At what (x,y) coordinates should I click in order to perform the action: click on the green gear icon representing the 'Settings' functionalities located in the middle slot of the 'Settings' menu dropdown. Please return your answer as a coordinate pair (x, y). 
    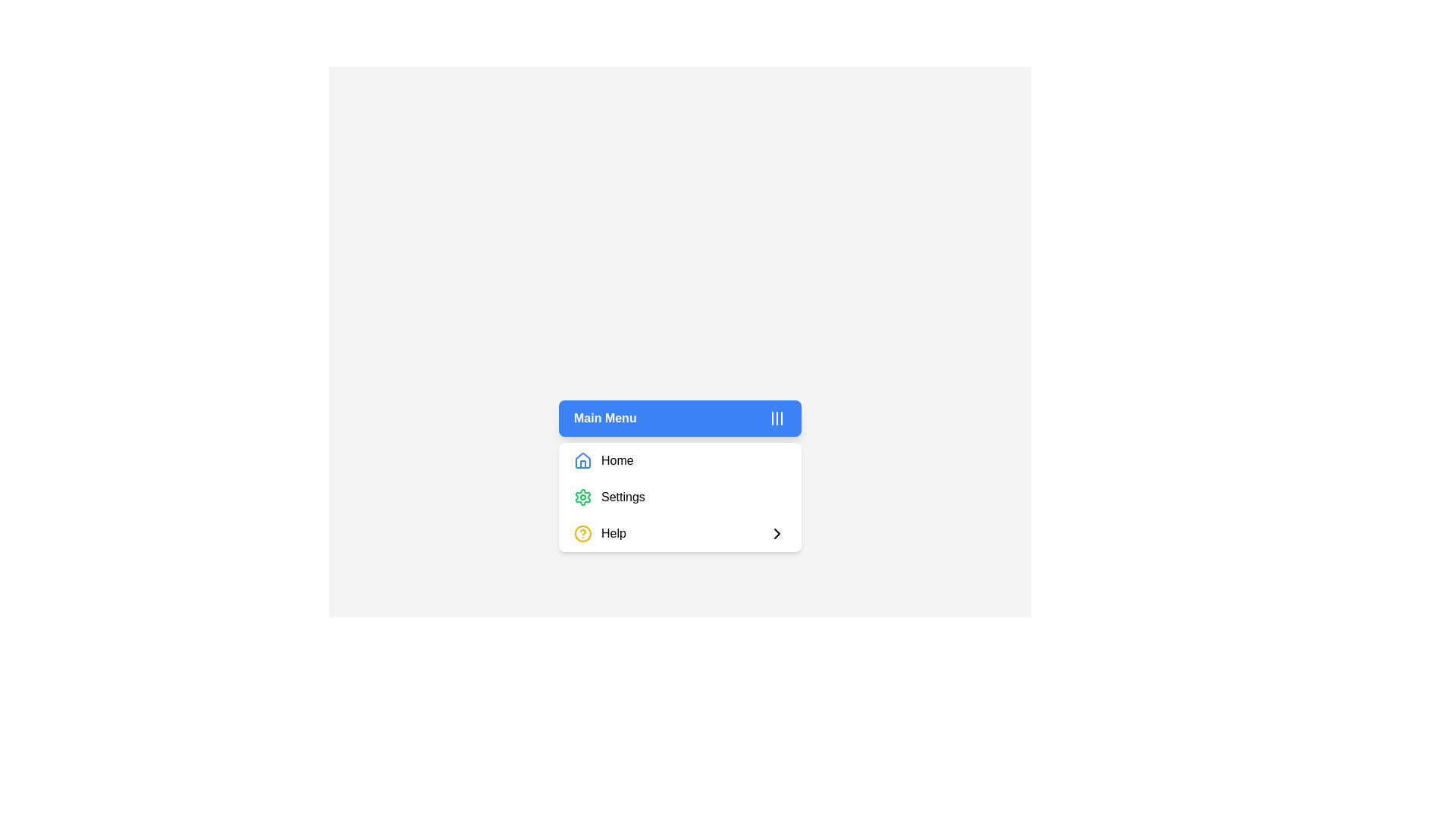
    Looking at the image, I should click on (582, 497).